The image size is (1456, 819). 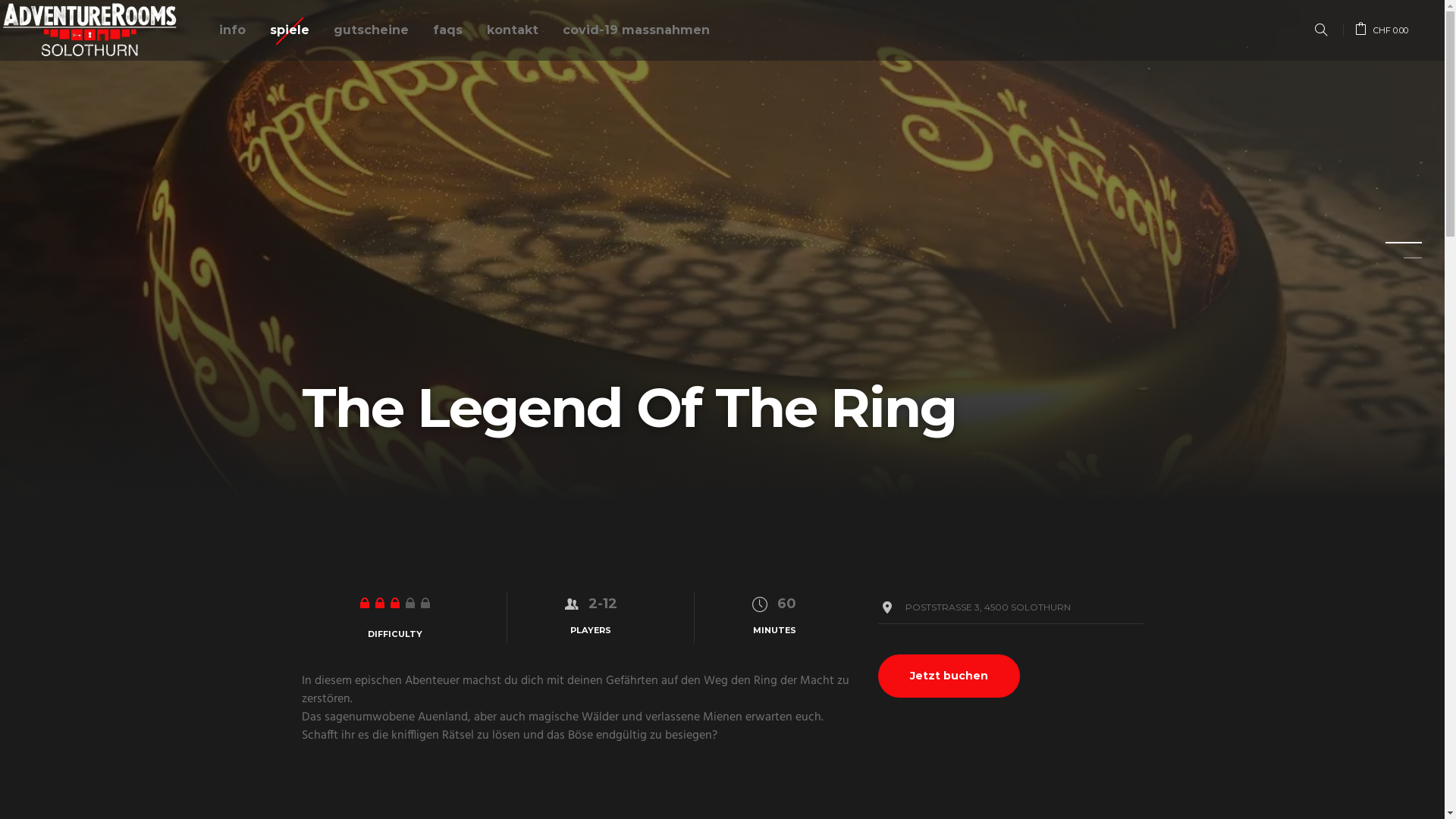 What do you see at coordinates (1382, 30) in the screenshot?
I see `'CHF 0.00'` at bounding box center [1382, 30].